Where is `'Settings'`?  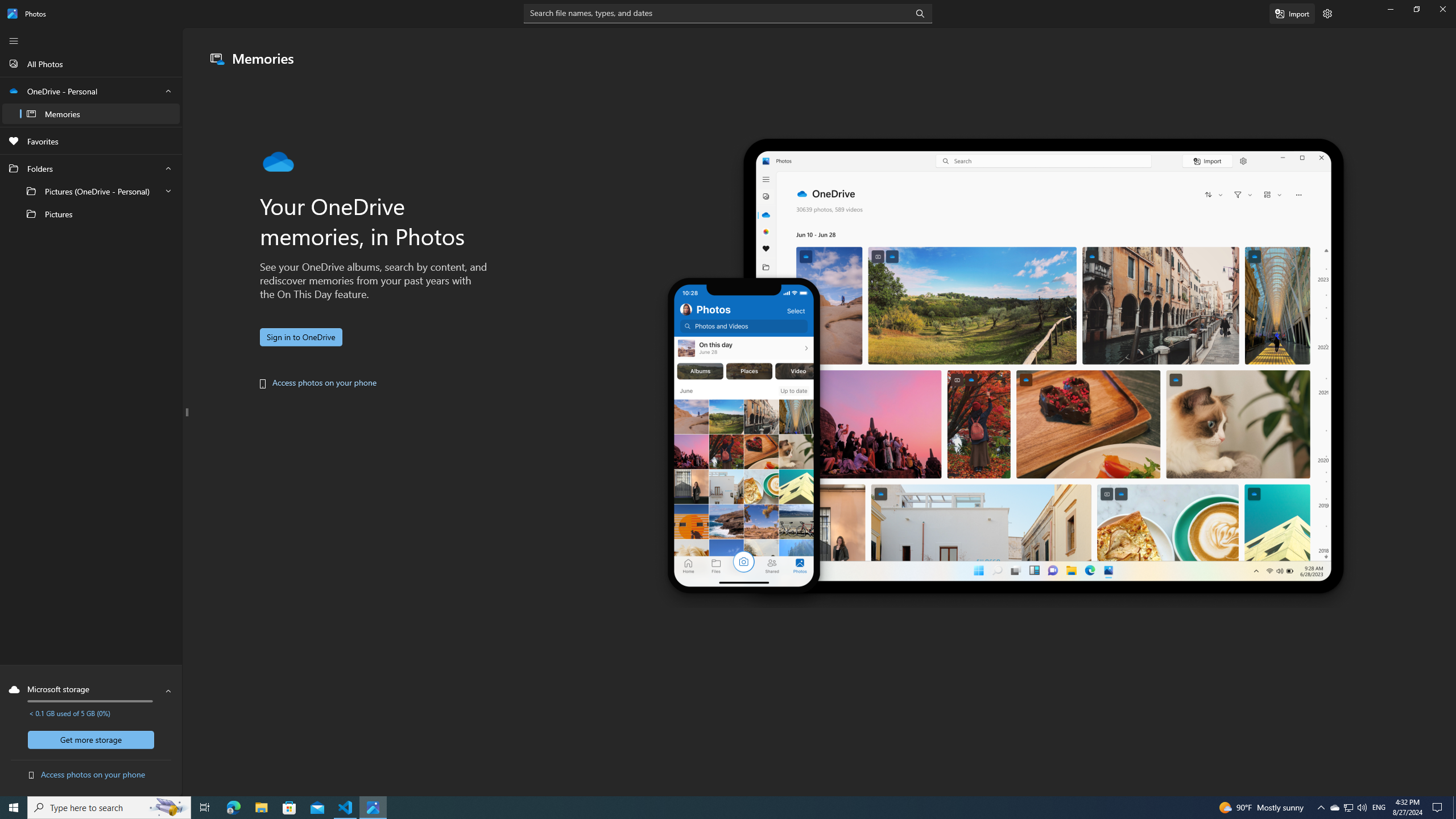 'Settings' is located at coordinates (1327, 13).